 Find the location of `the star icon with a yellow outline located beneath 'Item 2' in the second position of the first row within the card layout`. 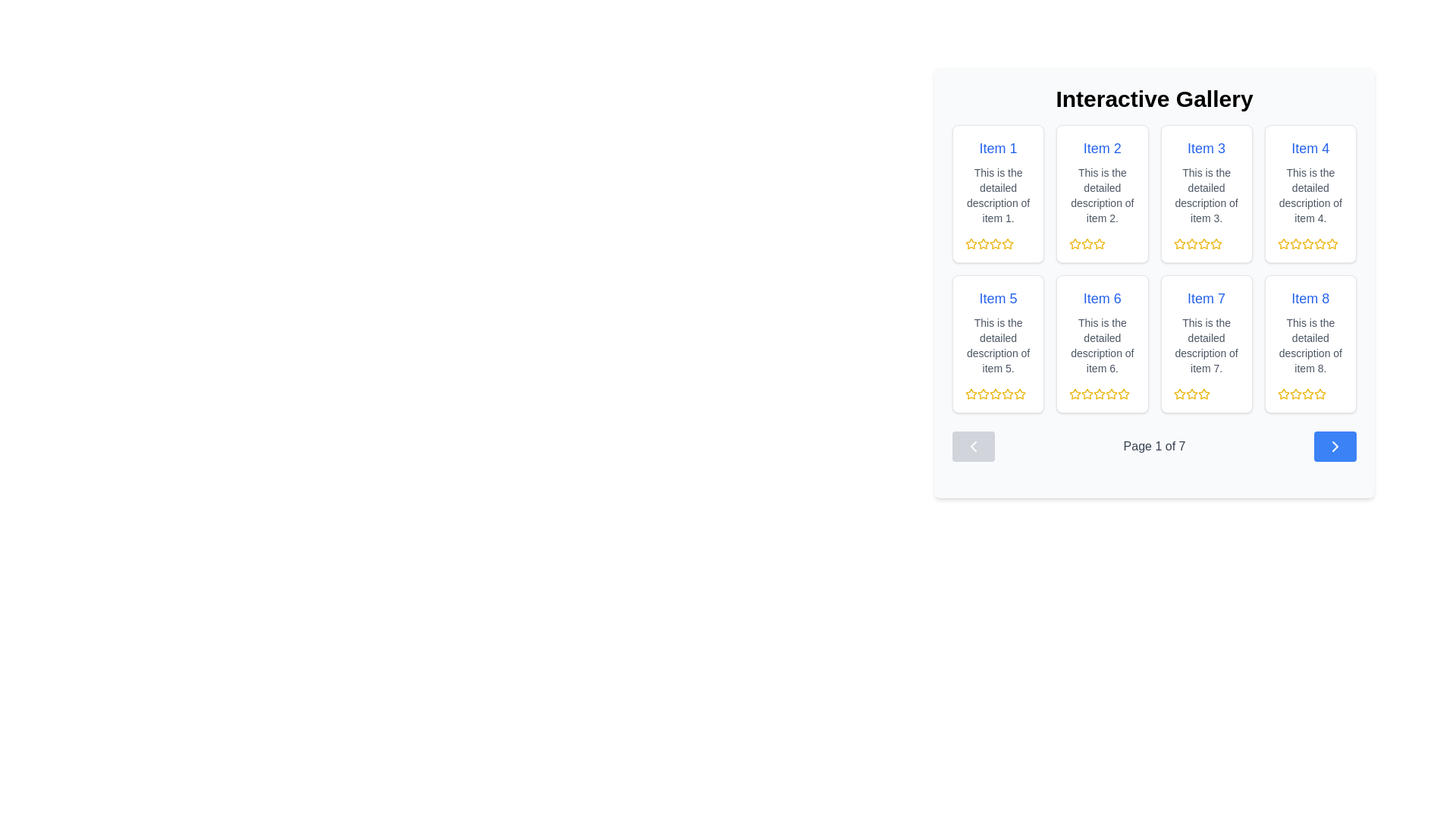

the star icon with a yellow outline located beneath 'Item 2' in the second position of the first row within the card layout is located at coordinates (1100, 243).